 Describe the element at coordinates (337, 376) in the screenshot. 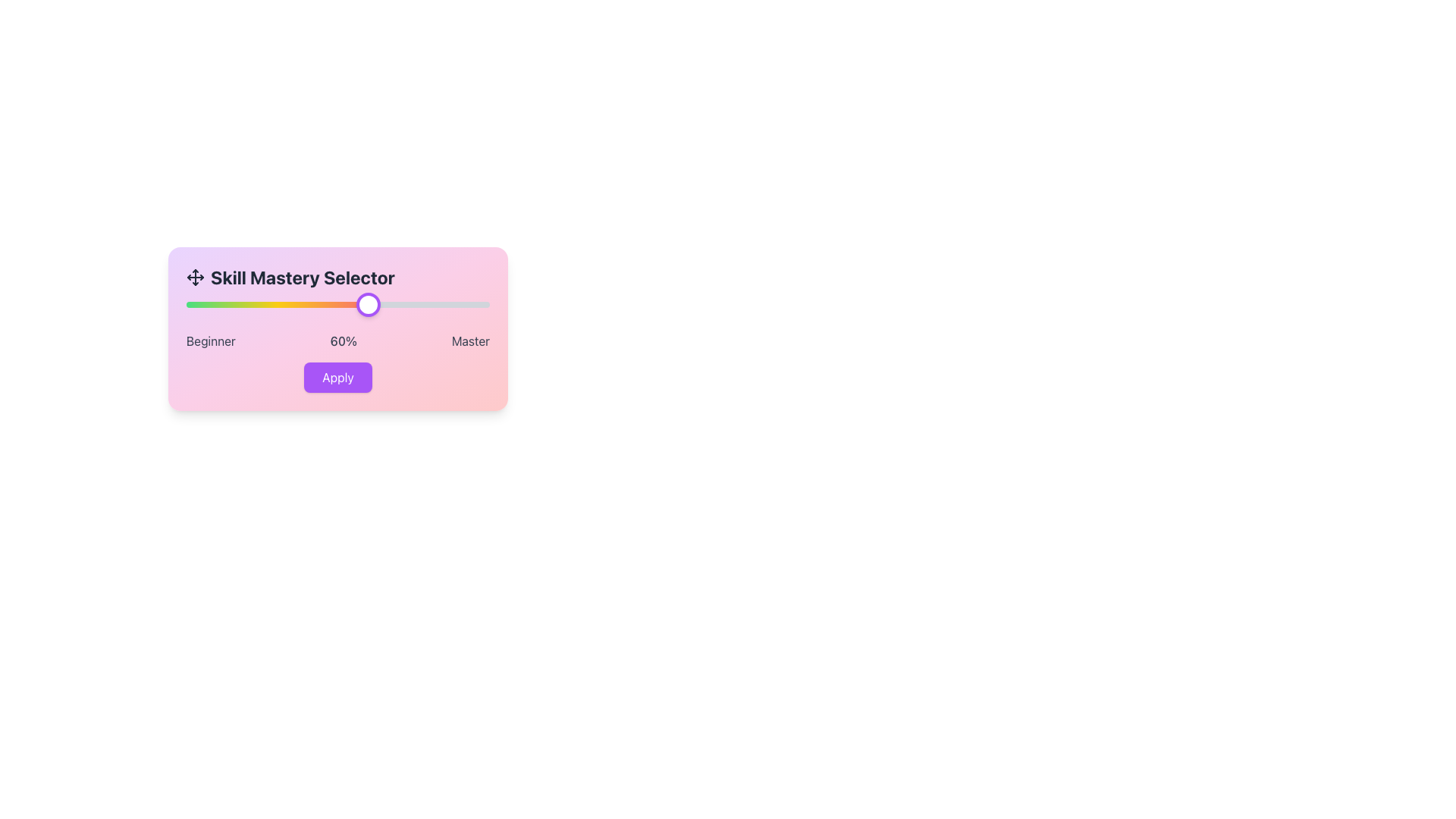

I see `the 'Apply' button with a vibrant purple background located at the bottom of the 'Skill Mastery Selector' card` at that location.